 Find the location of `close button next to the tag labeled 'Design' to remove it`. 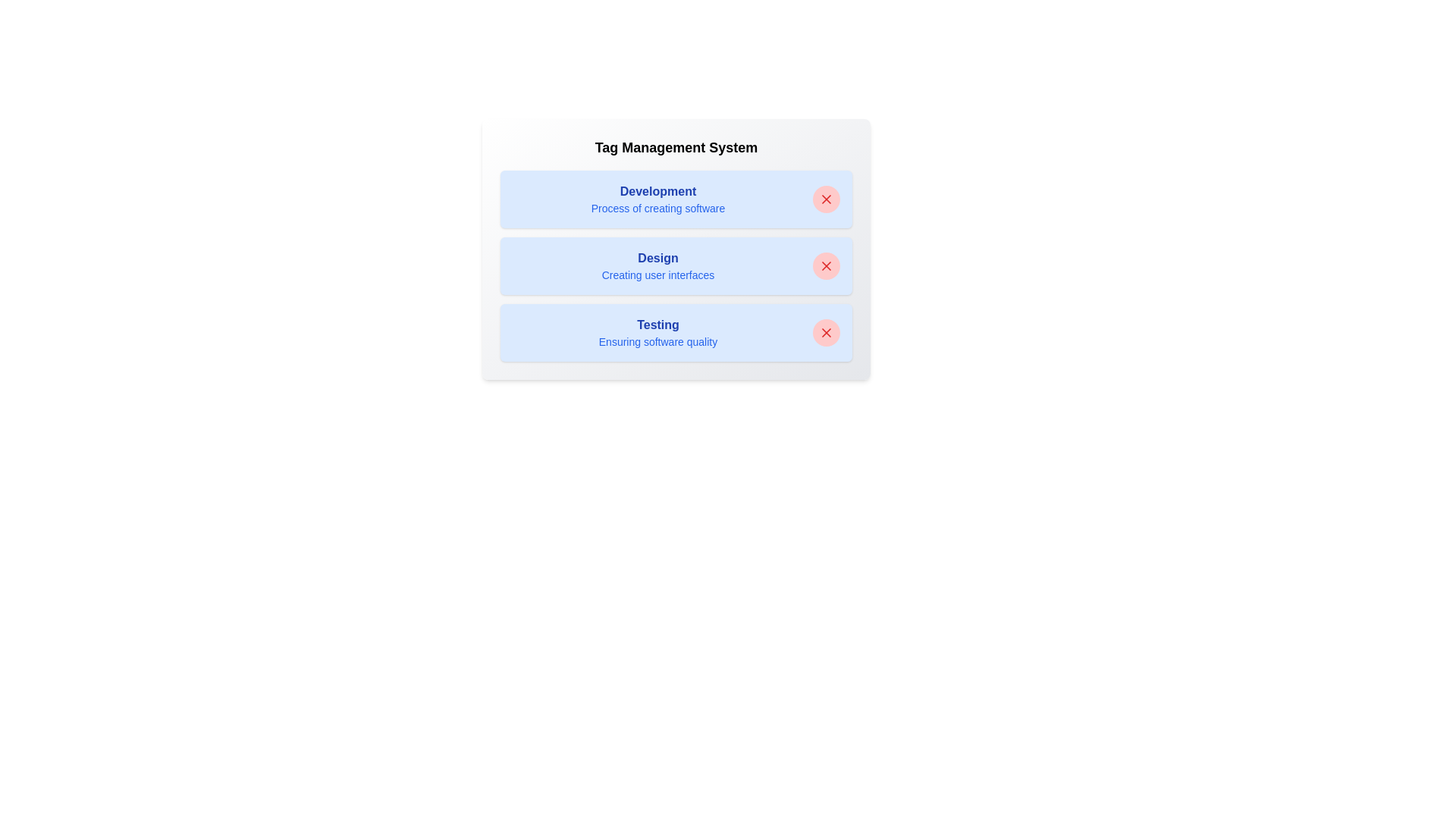

close button next to the tag labeled 'Design' to remove it is located at coordinates (825, 265).